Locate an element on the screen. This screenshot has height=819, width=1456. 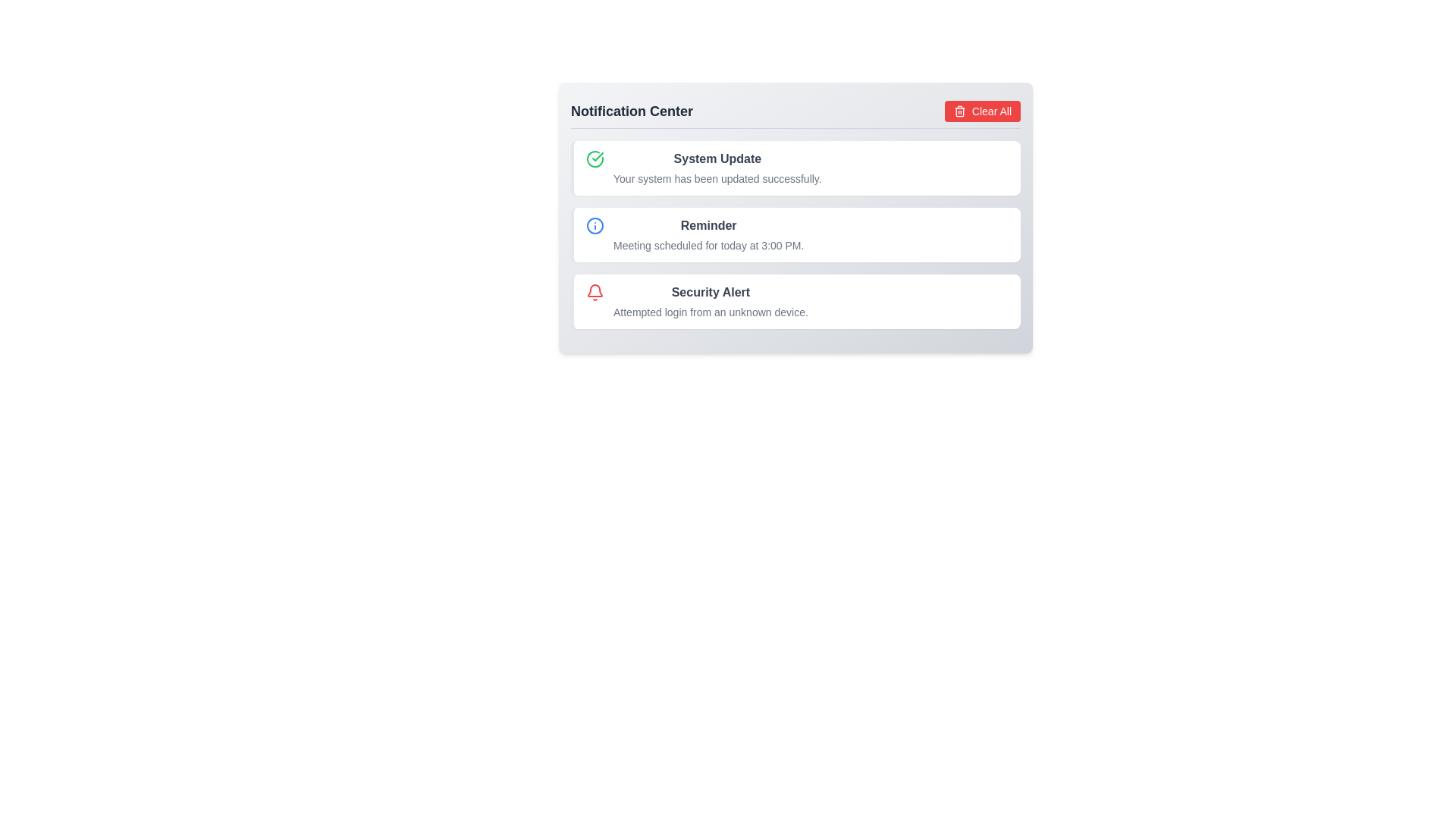
the textual message styled with a smaller font size and gray color located under the 'Security Alert' heading in the third notification card of the Notification Center panel is located at coordinates (710, 312).